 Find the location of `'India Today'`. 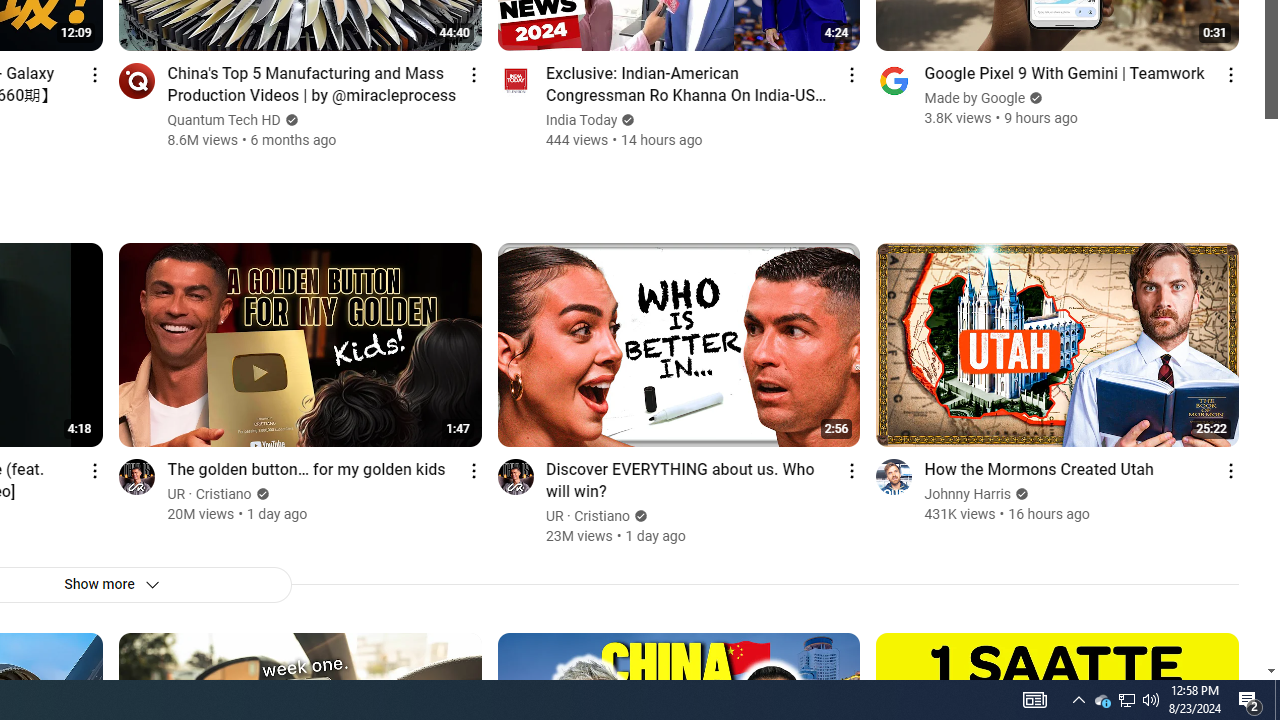

'India Today' is located at coordinates (581, 120).